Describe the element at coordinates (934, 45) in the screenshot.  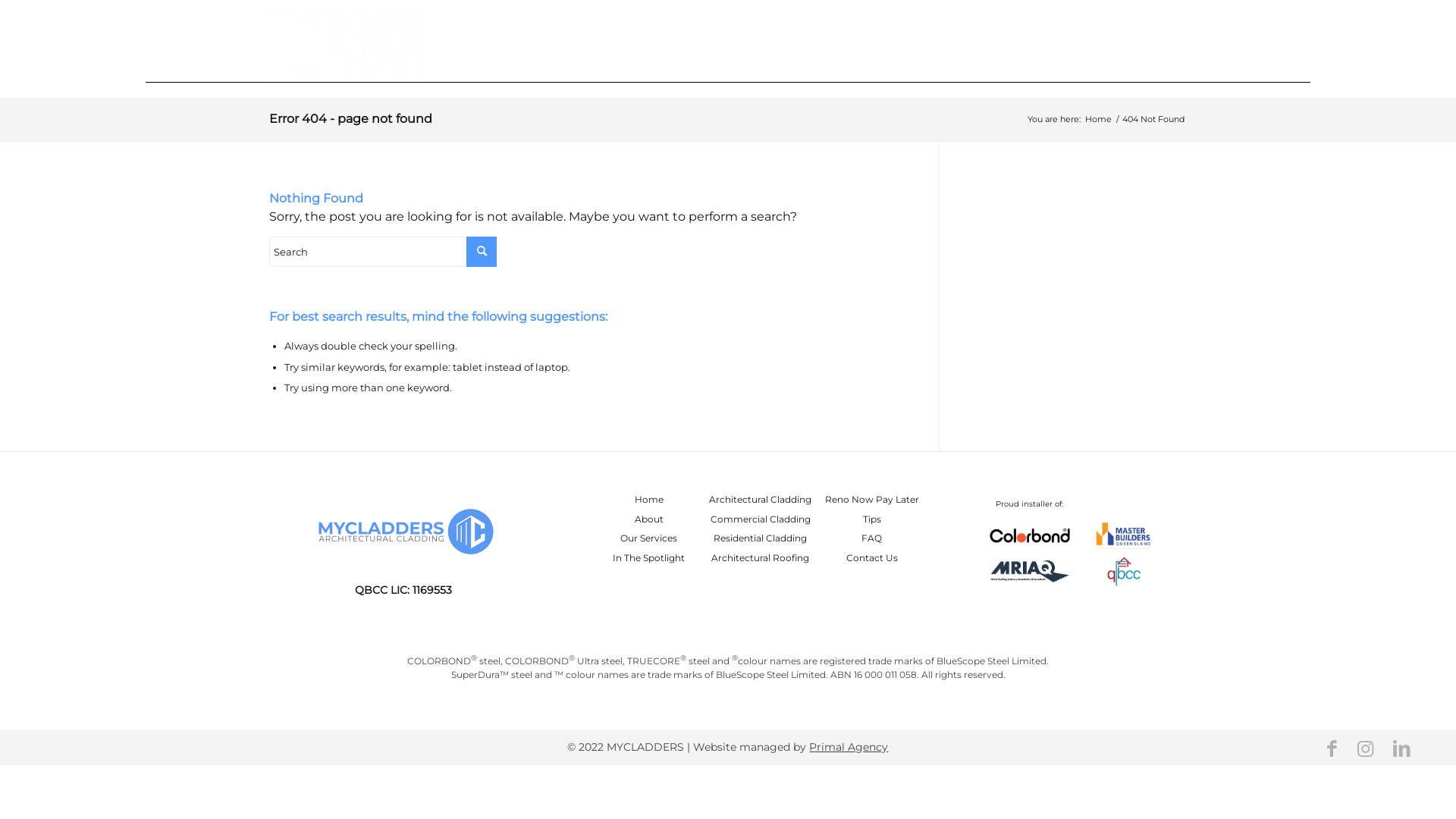
I see `'Gallery'` at that location.